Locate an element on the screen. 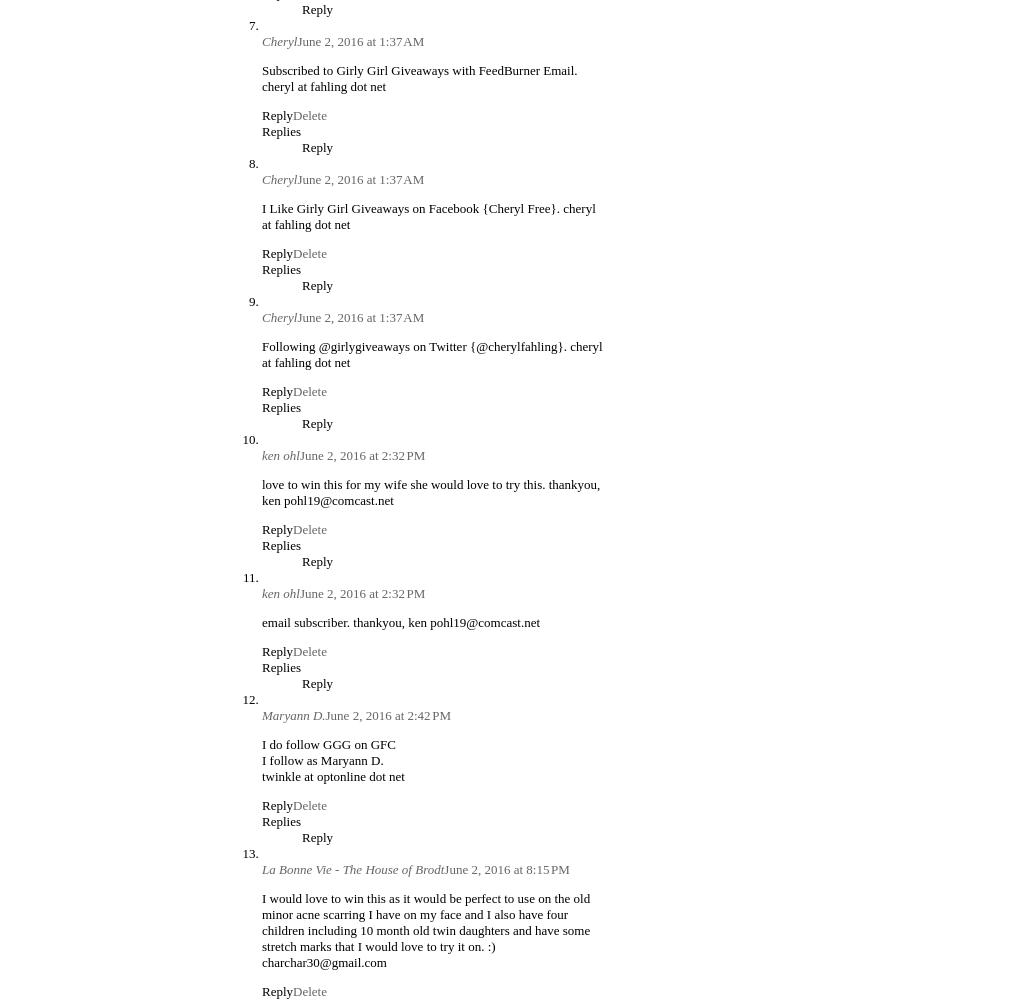 The height and width of the screenshot is (1003, 1024). 'twinkle at optonline dot net' is located at coordinates (332, 774).